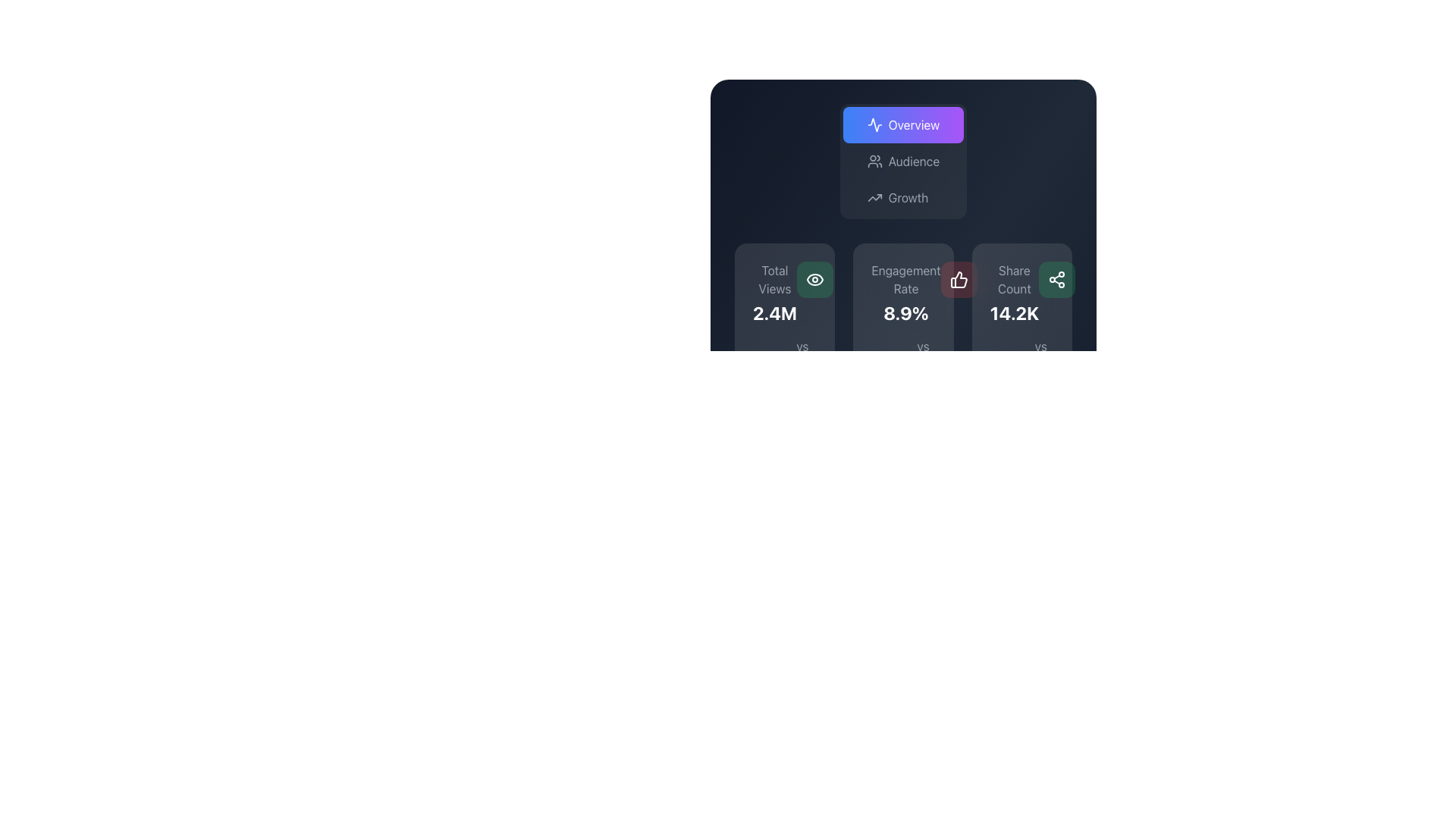 The image size is (1456, 819). What do you see at coordinates (913, 161) in the screenshot?
I see `the 'Audience' text label, which is styled in light gray and located next to a user group icon` at bounding box center [913, 161].